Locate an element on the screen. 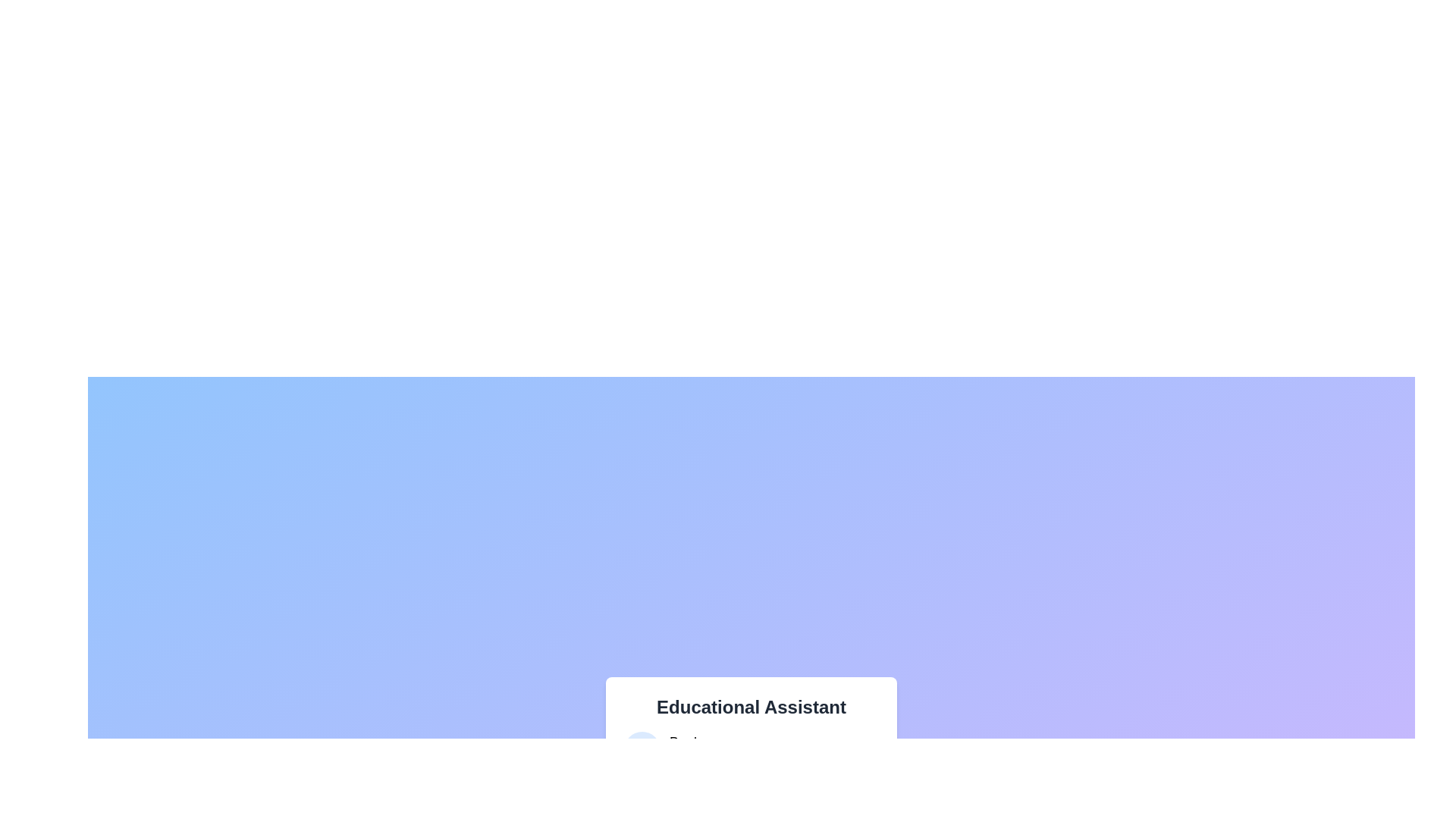 The width and height of the screenshot is (1456, 819). the text label displaying 'Educational Assistant' is located at coordinates (751, 708).